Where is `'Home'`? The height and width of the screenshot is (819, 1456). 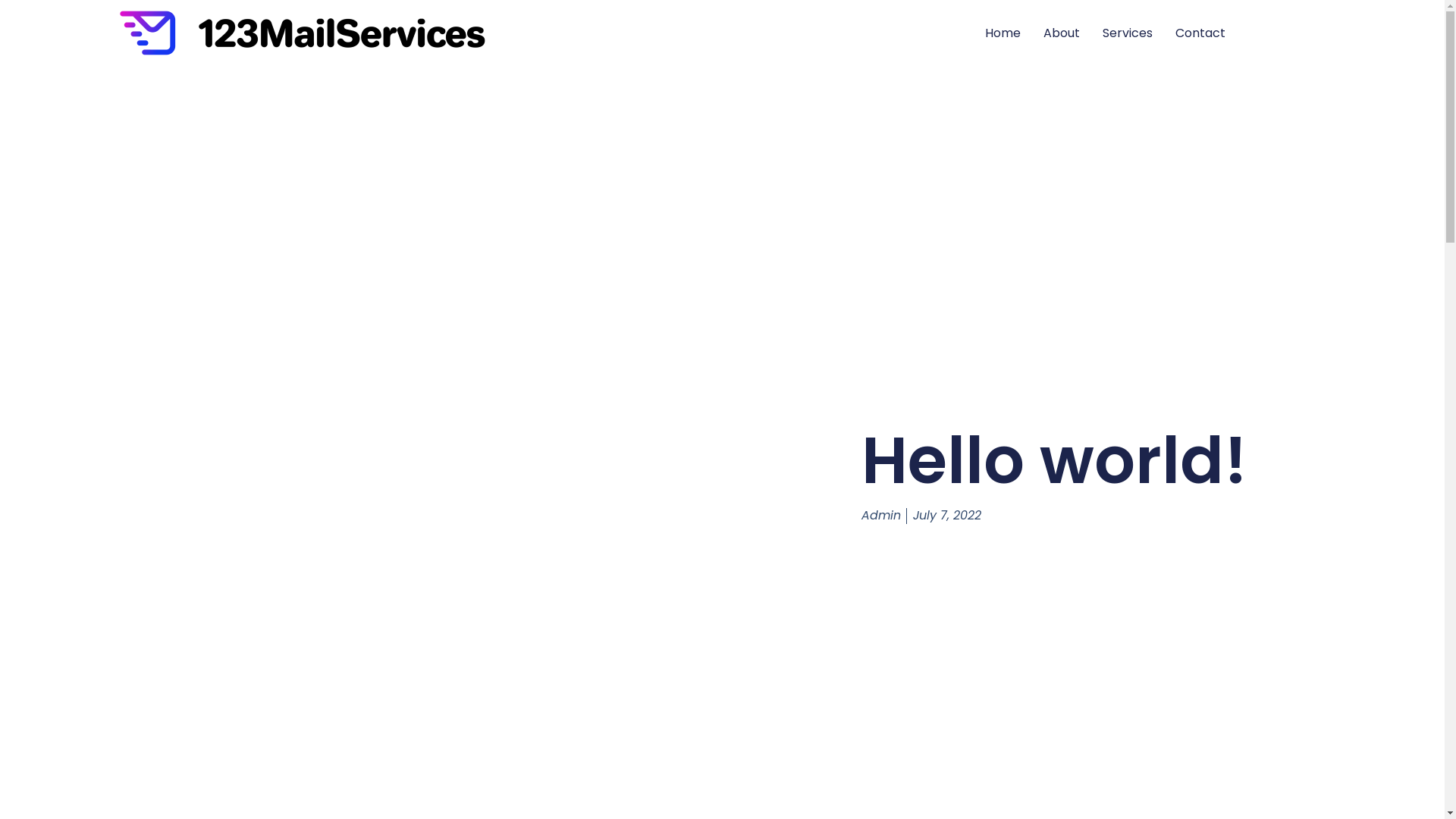 'Home' is located at coordinates (1003, 33).